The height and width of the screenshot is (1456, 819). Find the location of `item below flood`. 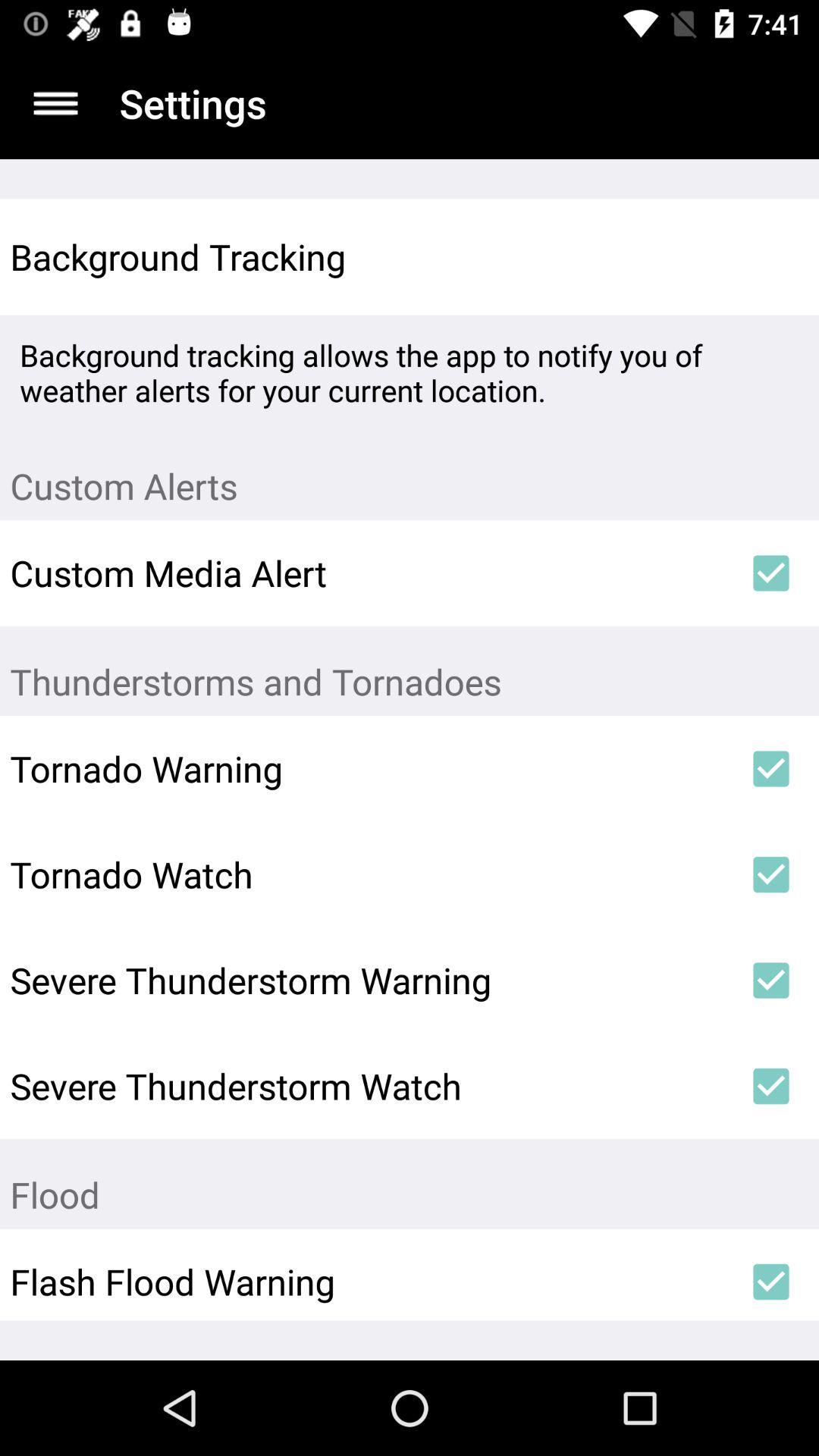

item below flood is located at coordinates (771, 1281).